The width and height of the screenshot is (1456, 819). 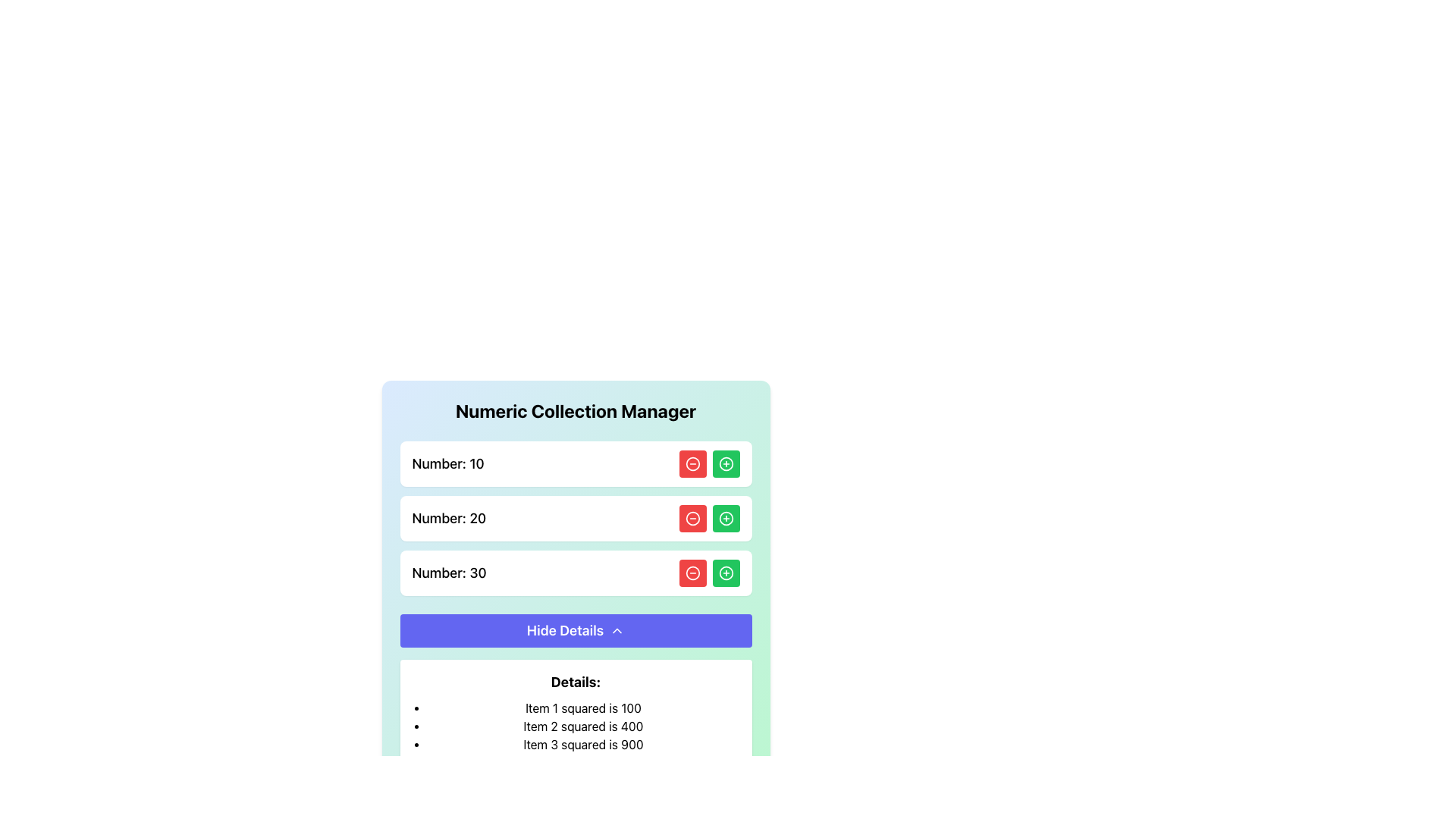 I want to click on the static text element displaying 'Item 3 squared is 900', which is the last item in the bulleted list under the 'Details:' section, so click(x=582, y=744).